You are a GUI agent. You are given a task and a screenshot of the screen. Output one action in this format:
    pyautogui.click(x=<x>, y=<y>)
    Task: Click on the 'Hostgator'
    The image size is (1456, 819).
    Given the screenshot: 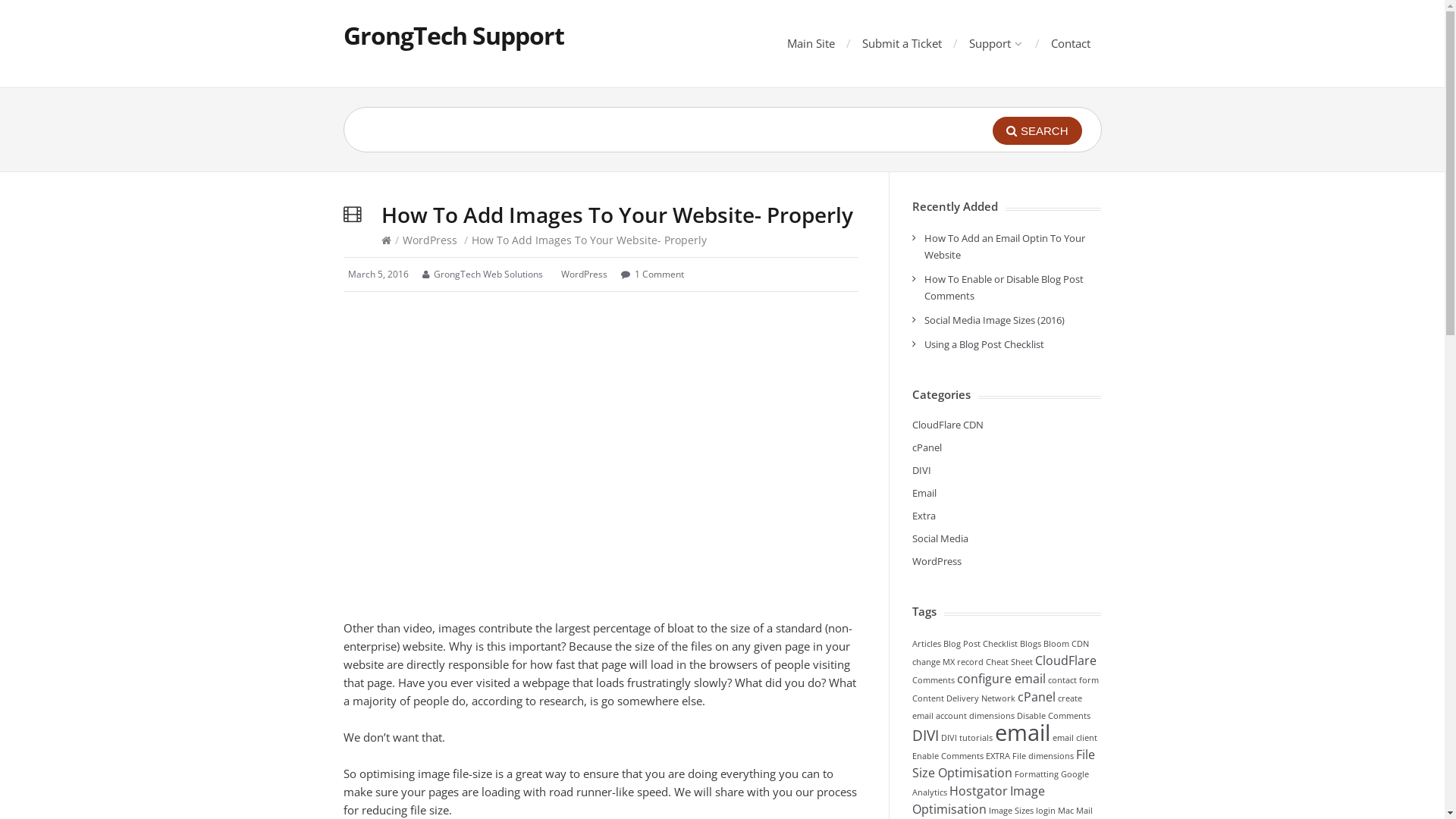 What is the action you would take?
    pyautogui.click(x=978, y=789)
    